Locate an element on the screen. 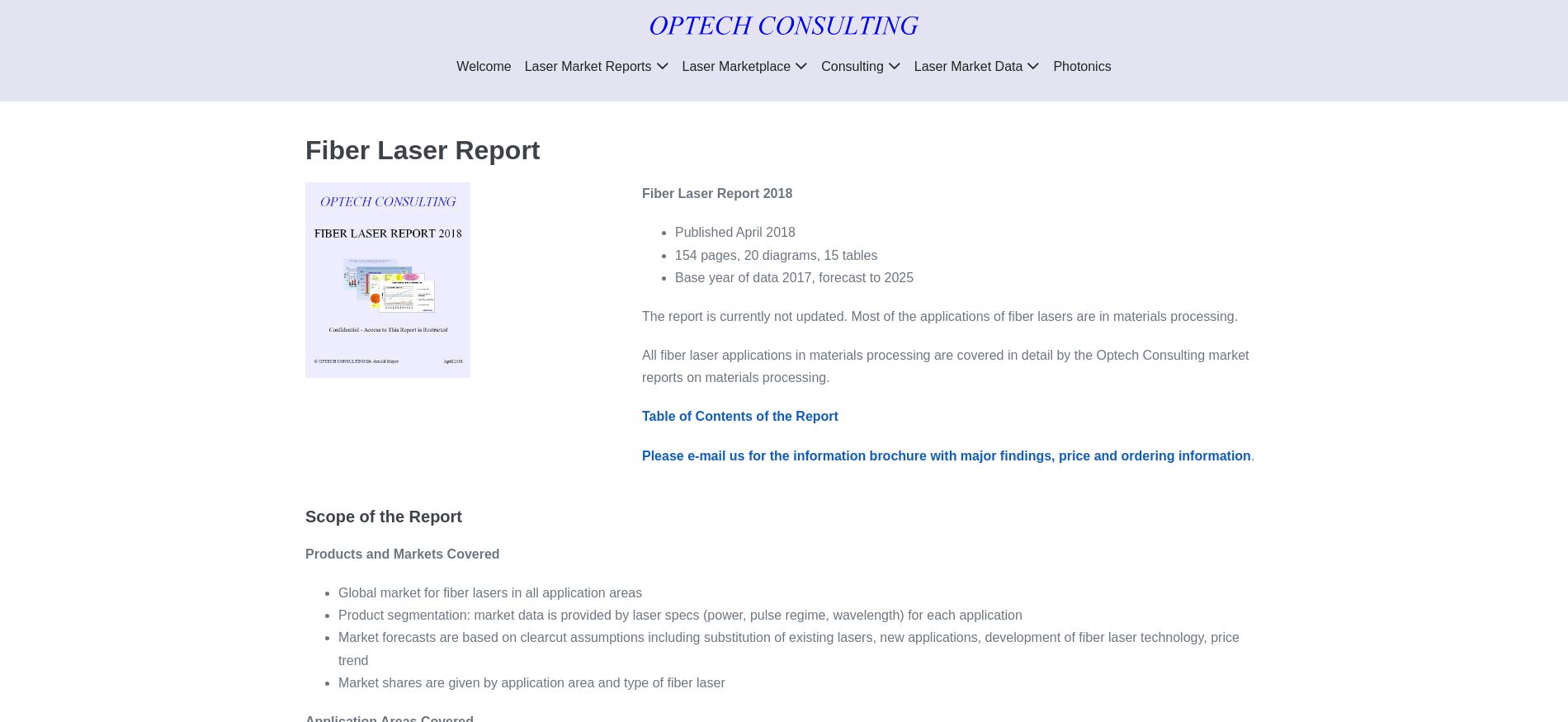  'All fiber laser applications in materials processing are covered in detail by the Optech Consulting market reports on materials processing.' is located at coordinates (641, 366).